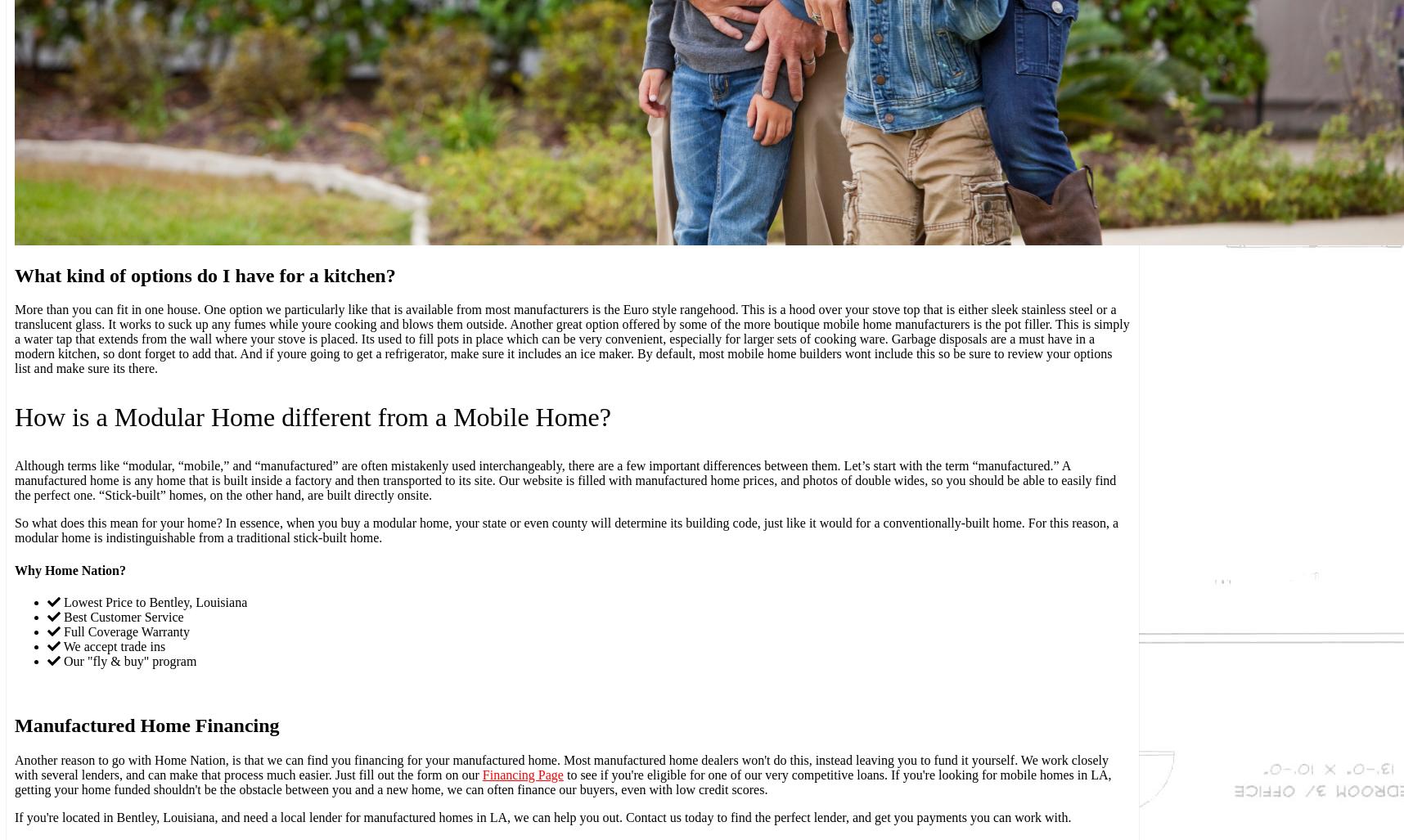 This screenshot has height=840, width=1404. Describe the element at coordinates (69, 569) in the screenshot. I see `'Why Home Nation?'` at that location.